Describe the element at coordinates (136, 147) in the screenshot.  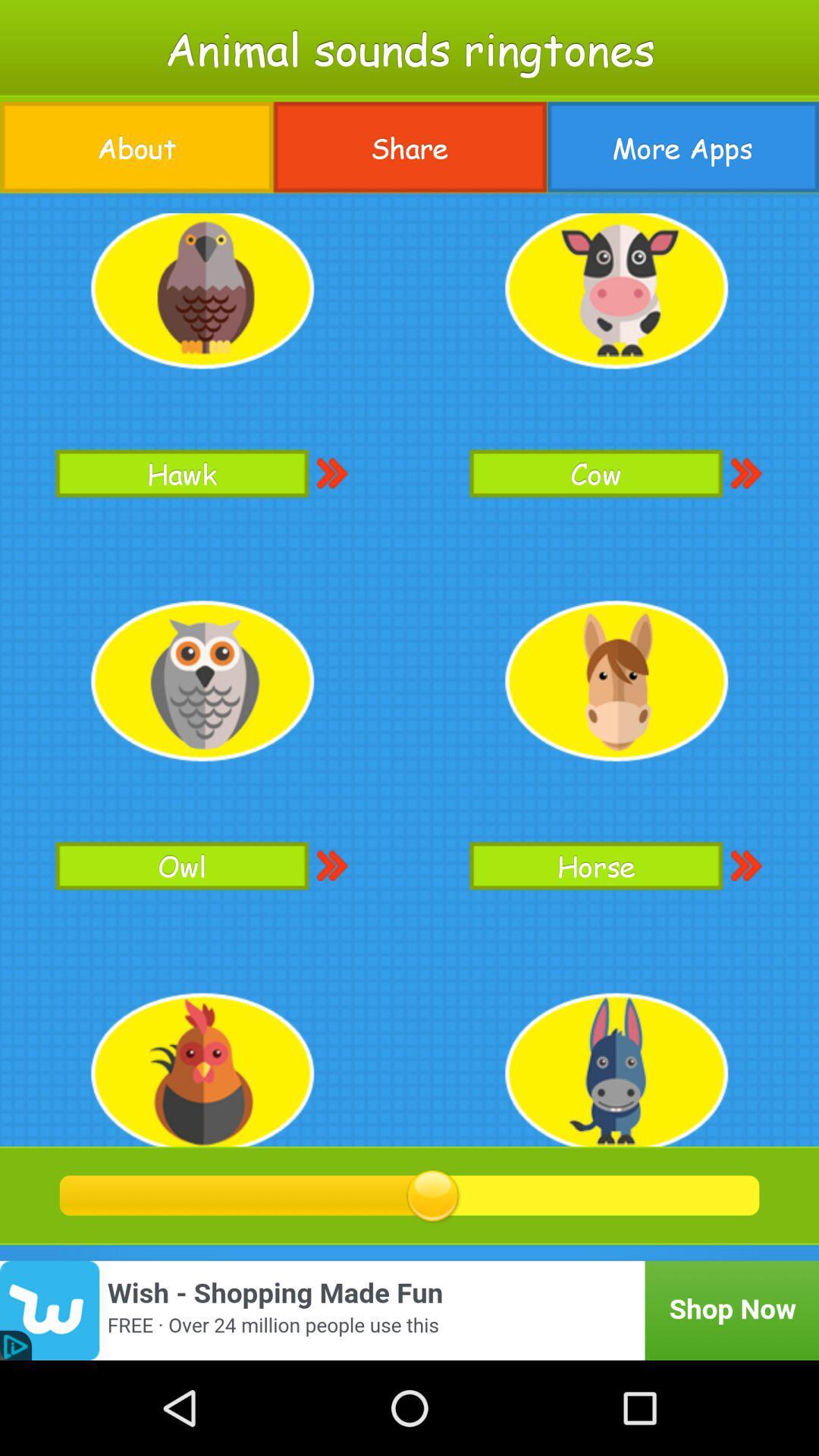
I see `item to the left of the share icon` at that location.